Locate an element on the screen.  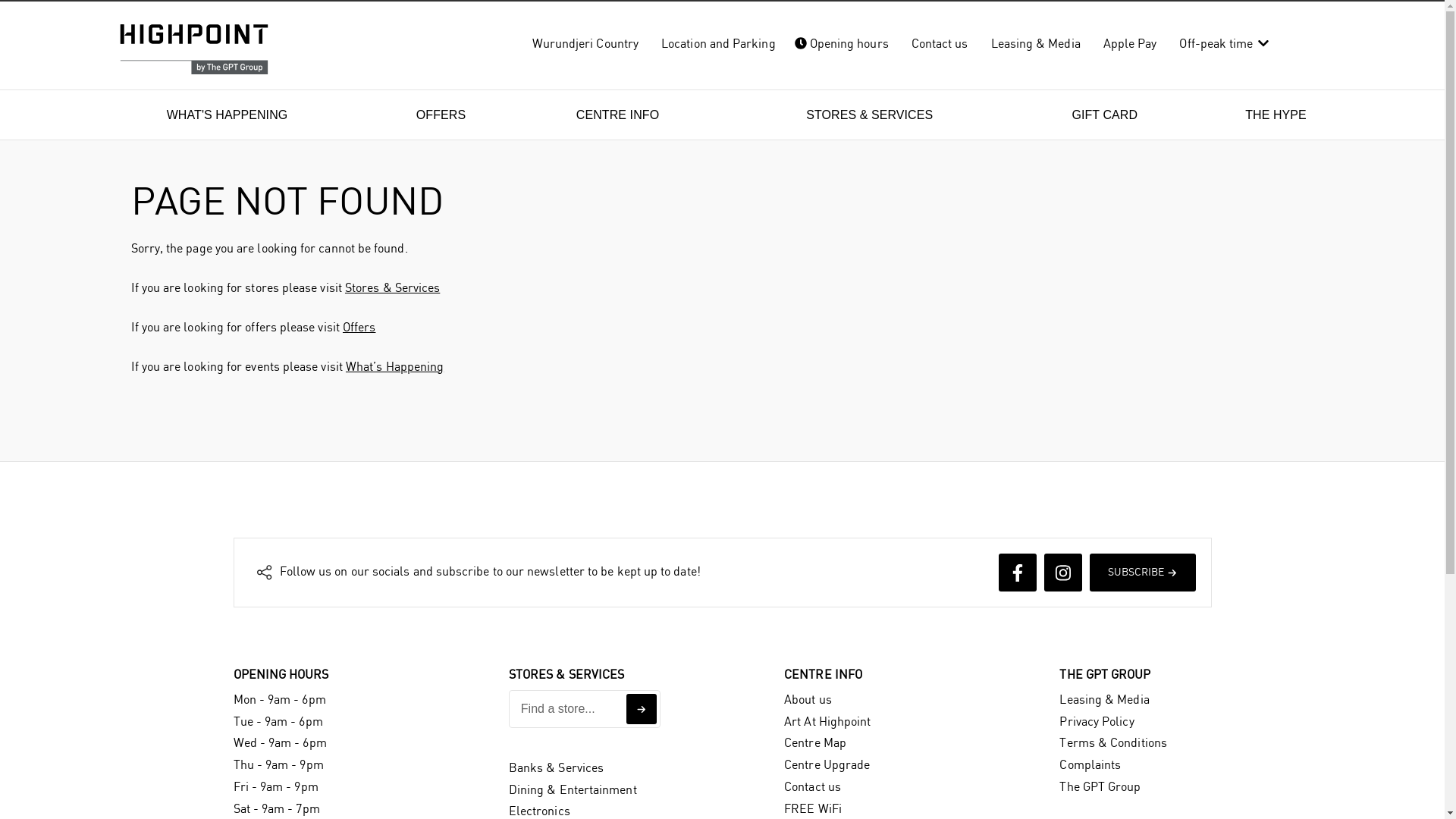
'SUBSCRIBE' is located at coordinates (1087, 573).